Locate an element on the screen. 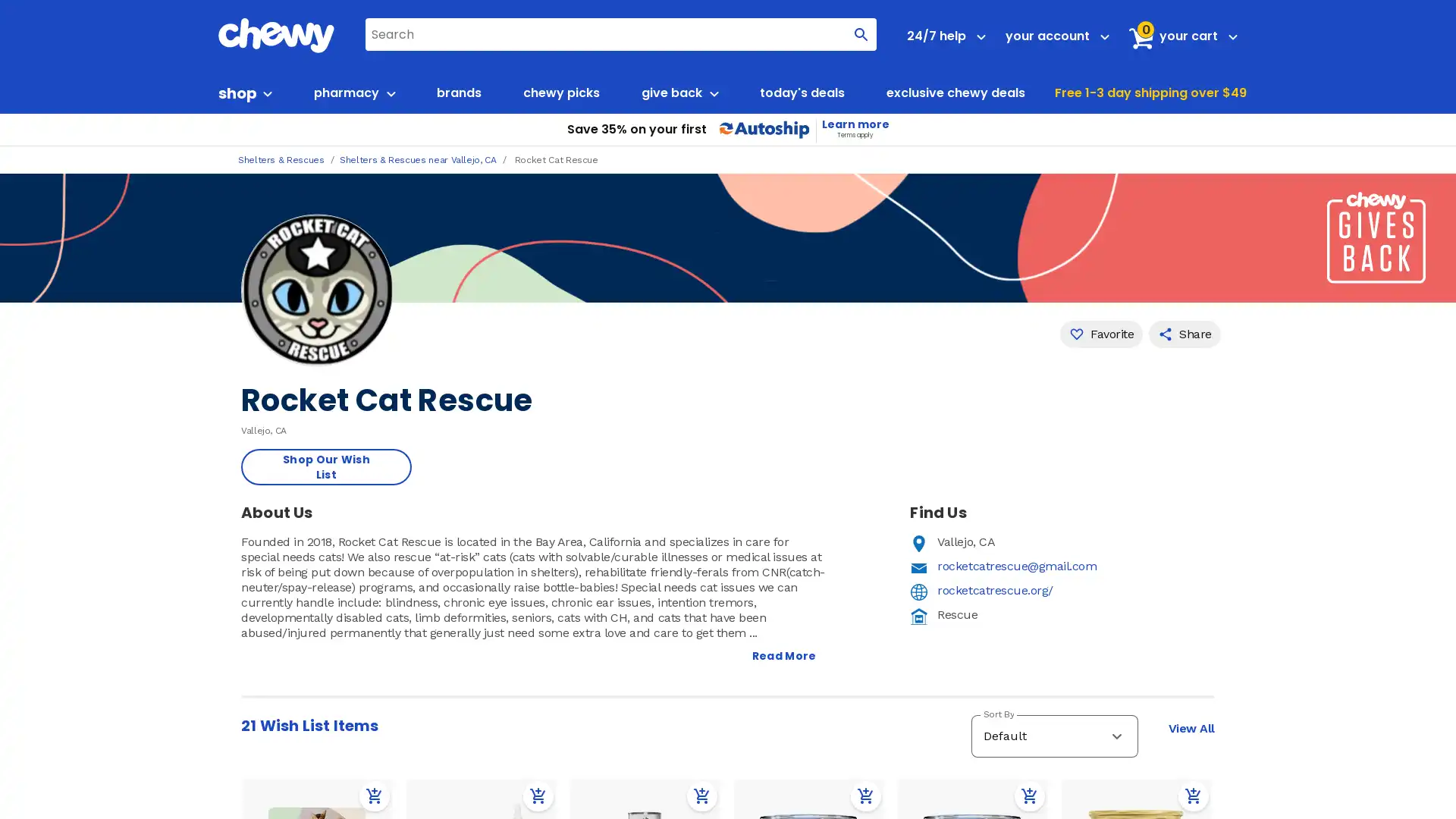 The width and height of the screenshot is (1456, 819). Add 1 item to cart. Chewy Gives Back eGift Card is located at coordinates (375, 795).